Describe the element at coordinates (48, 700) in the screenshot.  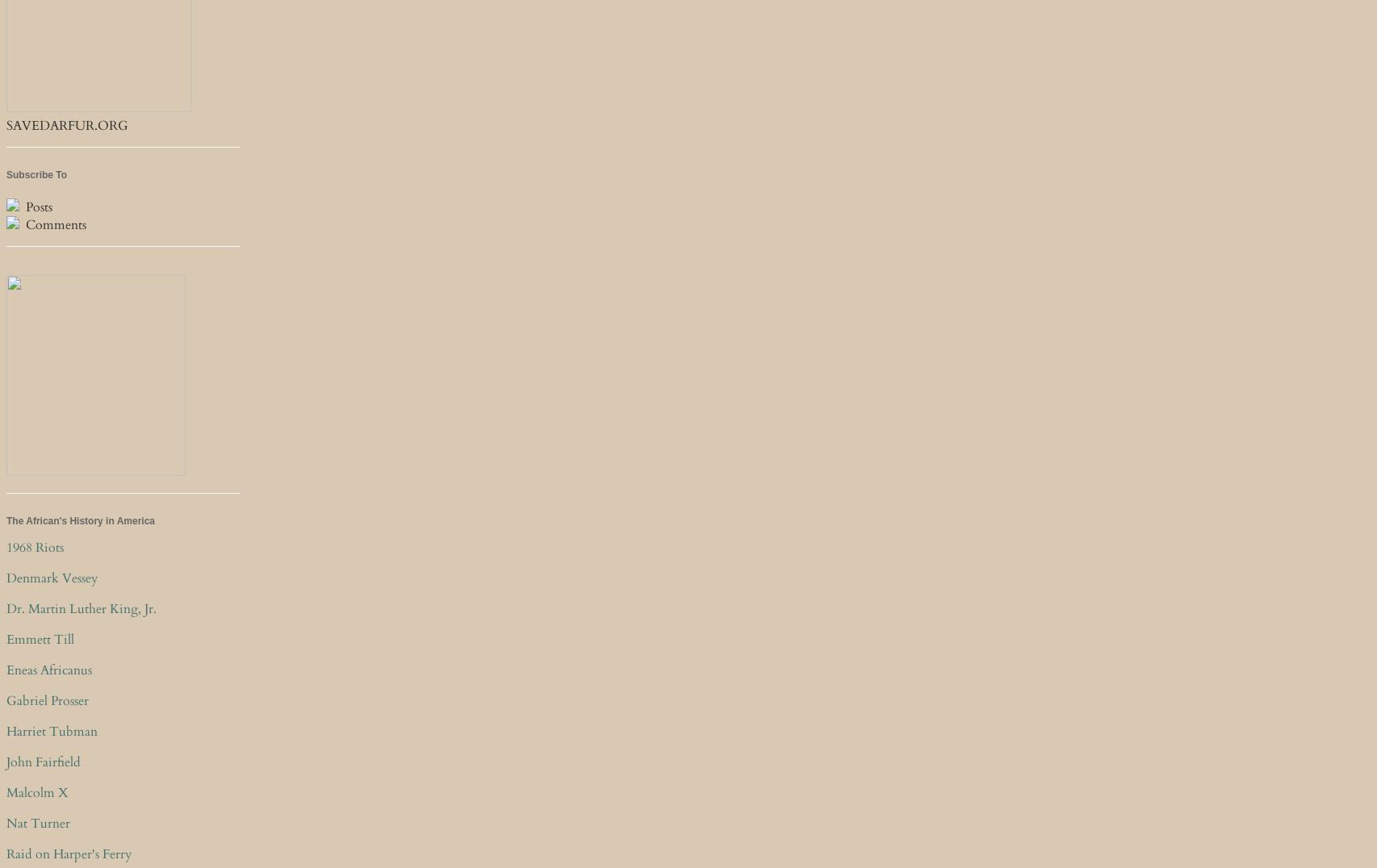
I see `'Gabriel Prosser'` at that location.